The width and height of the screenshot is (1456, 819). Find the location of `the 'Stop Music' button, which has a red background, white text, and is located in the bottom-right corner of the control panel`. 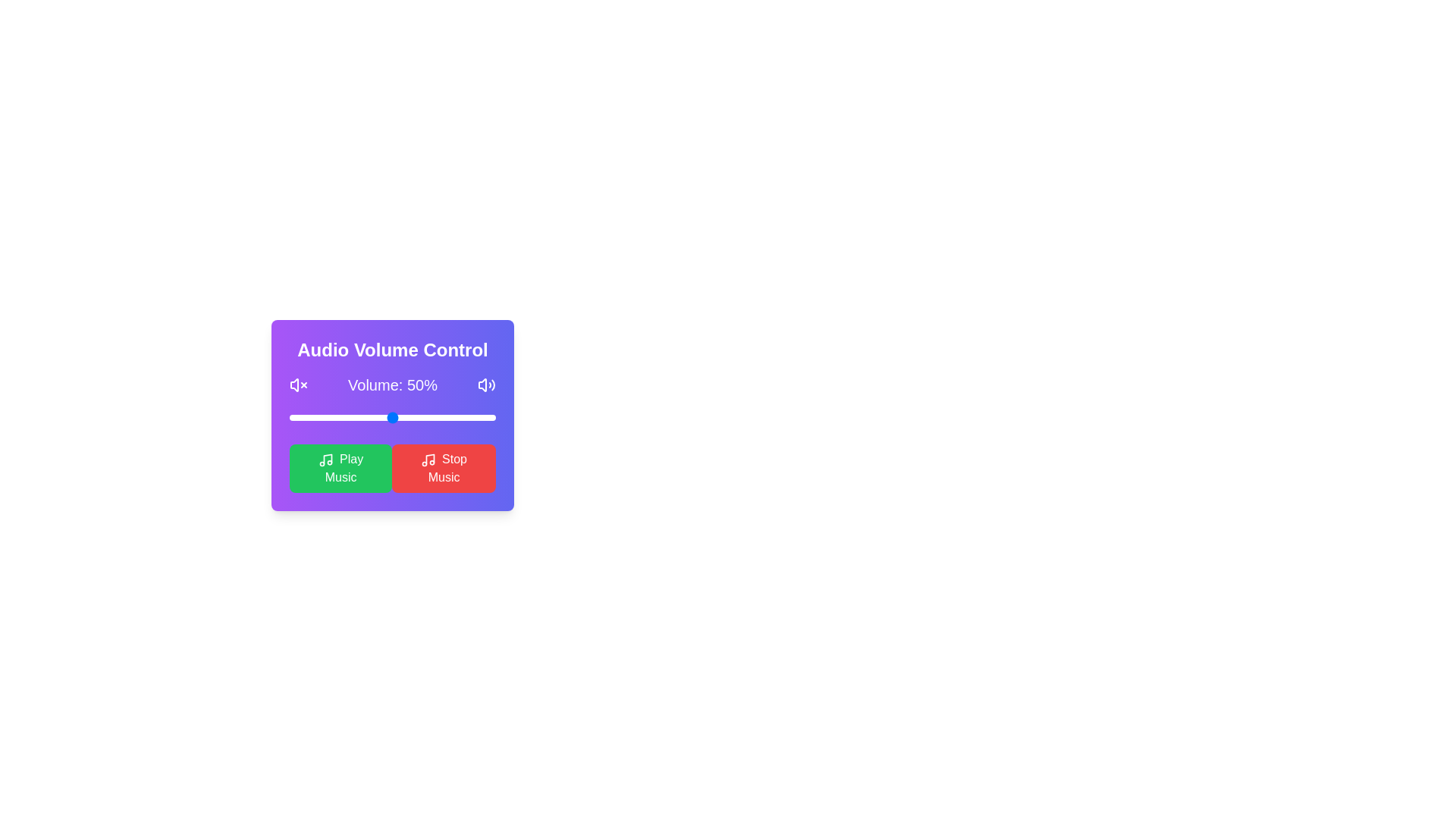

the 'Stop Music' button, which has a red background, white text, and is located in the bottom-right corner of the control panel is located at coordinates (443, 467).